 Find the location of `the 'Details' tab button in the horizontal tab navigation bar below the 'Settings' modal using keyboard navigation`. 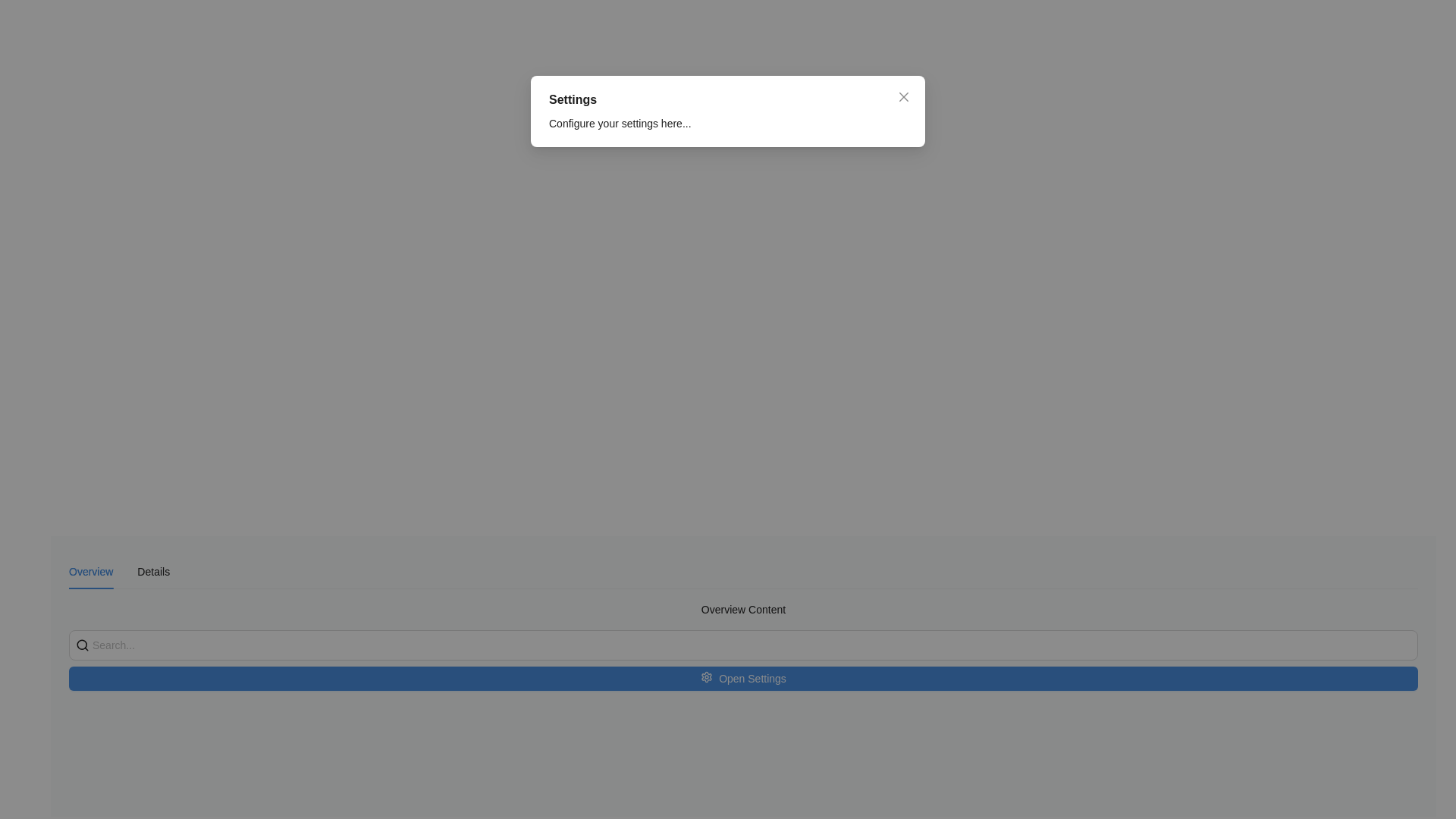

the 'Details' tab button in the horizontal tab navigation bar below the 'Settings' modal using keyboard navigation is located at coordinates (153, 571).